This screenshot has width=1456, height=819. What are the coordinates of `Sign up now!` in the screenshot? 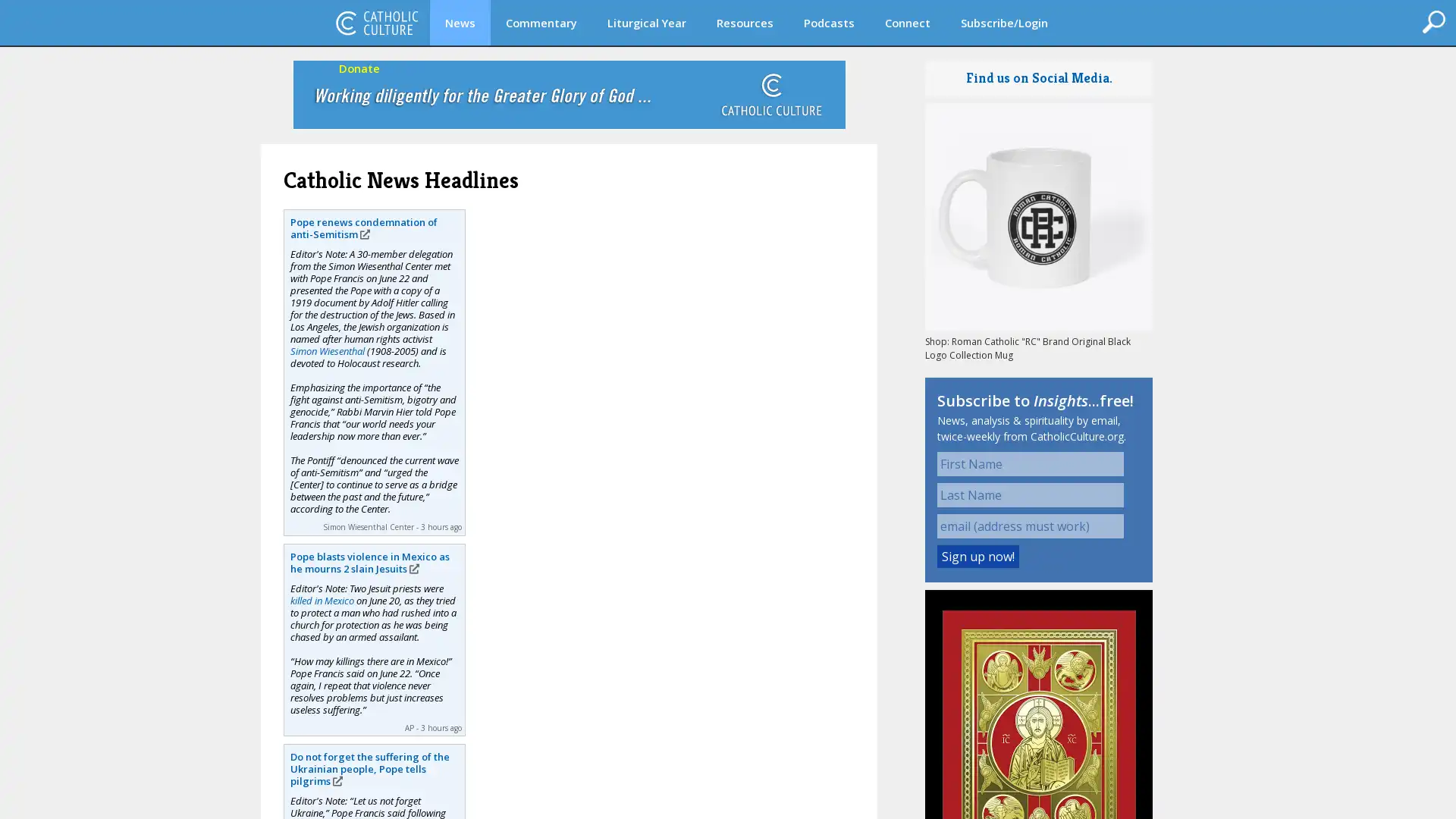 It's located at (978, 556).